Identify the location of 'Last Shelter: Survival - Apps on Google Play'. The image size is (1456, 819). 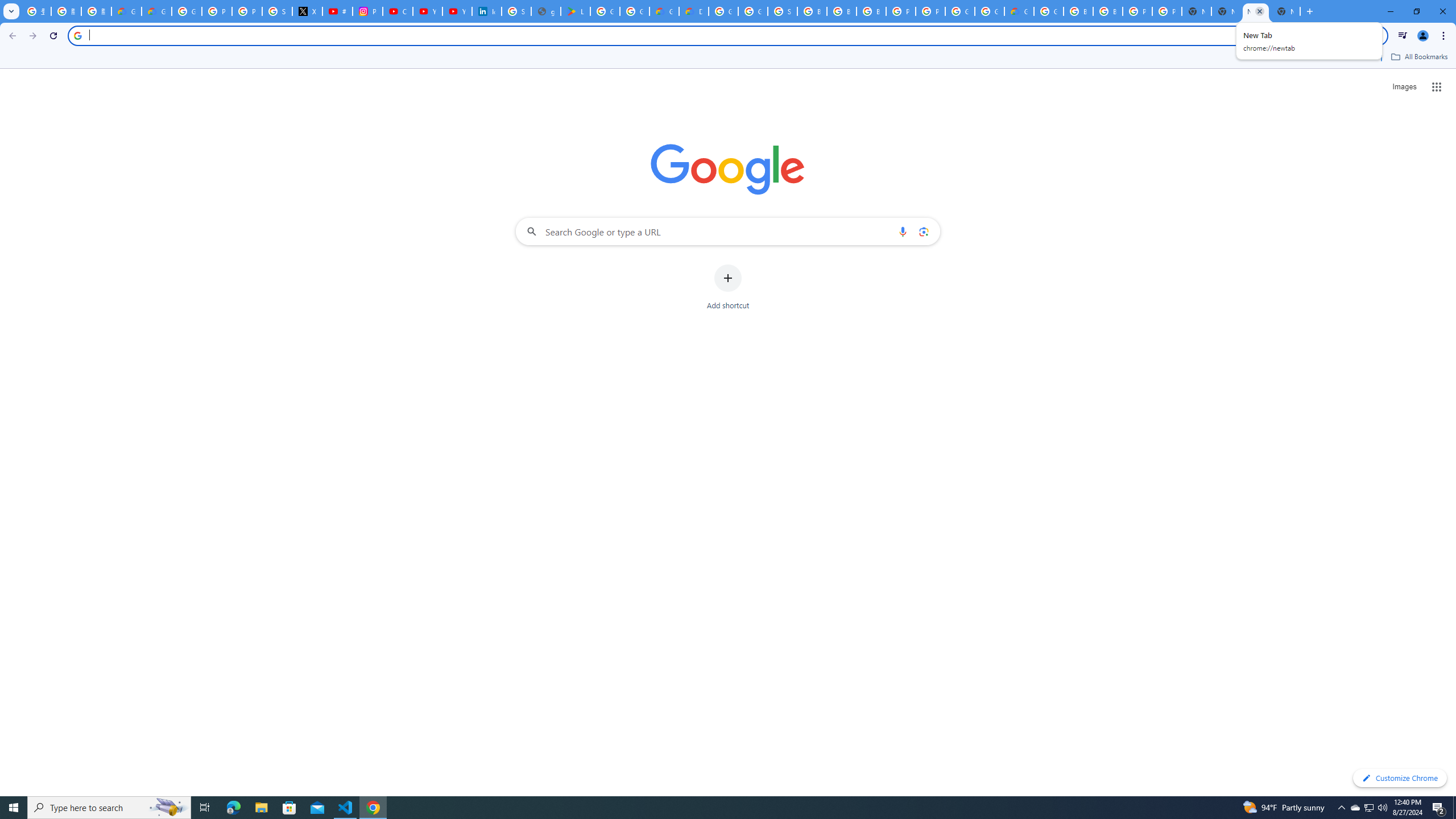
(575, 11).